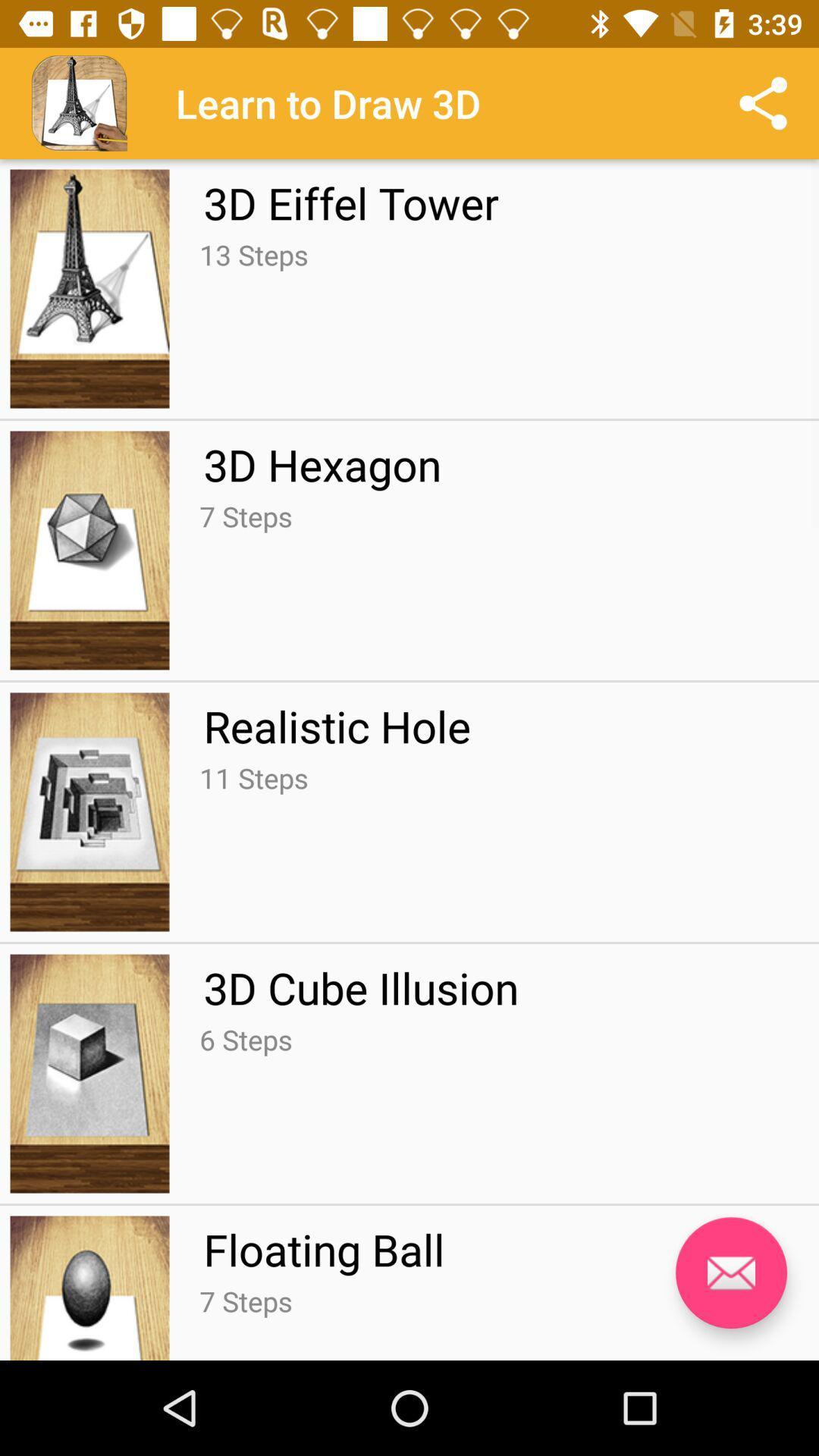 The width and height of the screenshot is (819, 1456). Describe the element at coordinates (730, 1272) in the screenshot. I see `the message icon which is beside floating ball` at that location.